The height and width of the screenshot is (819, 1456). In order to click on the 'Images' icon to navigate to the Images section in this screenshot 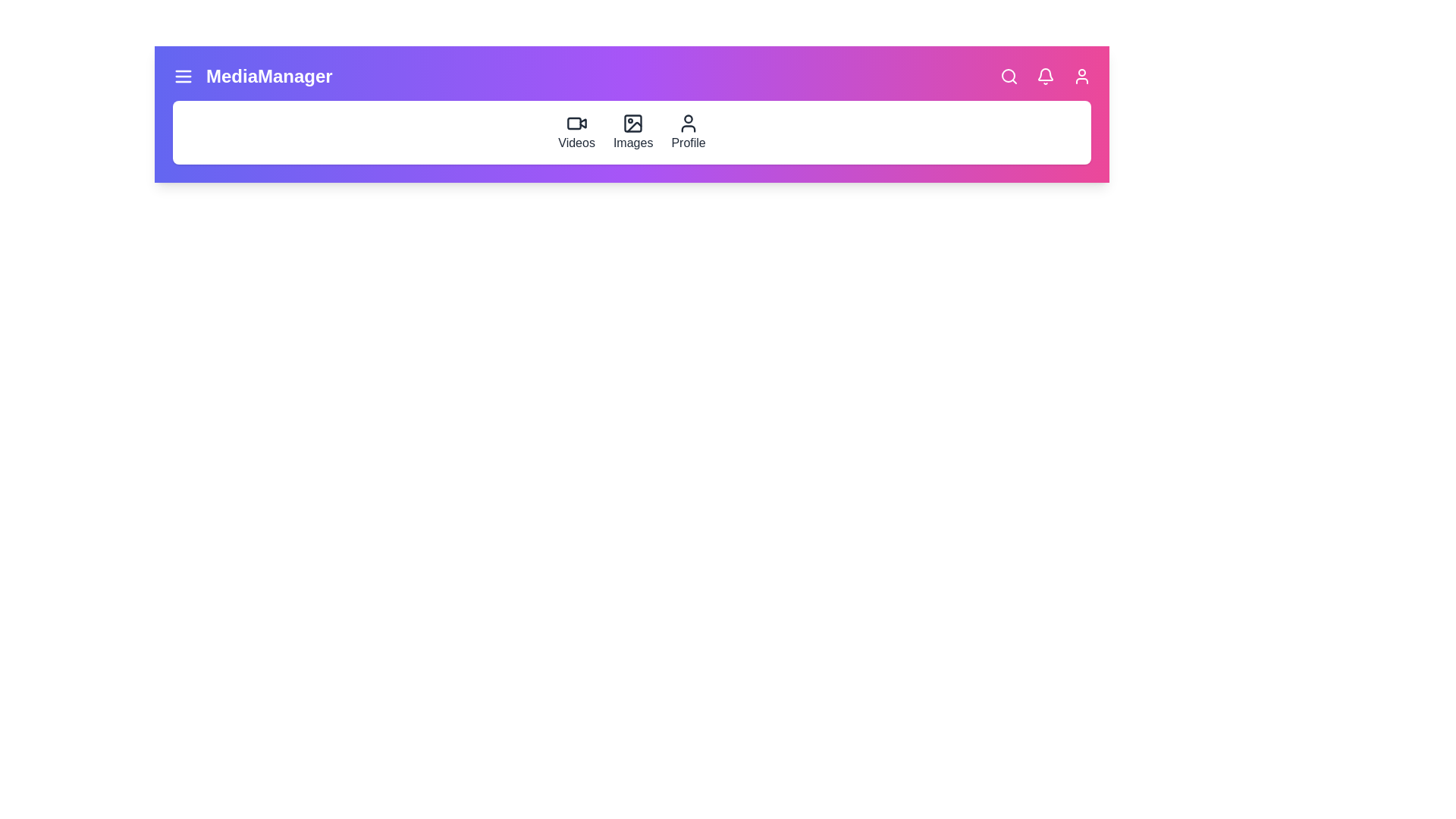, I will do `click(633, 131)`.